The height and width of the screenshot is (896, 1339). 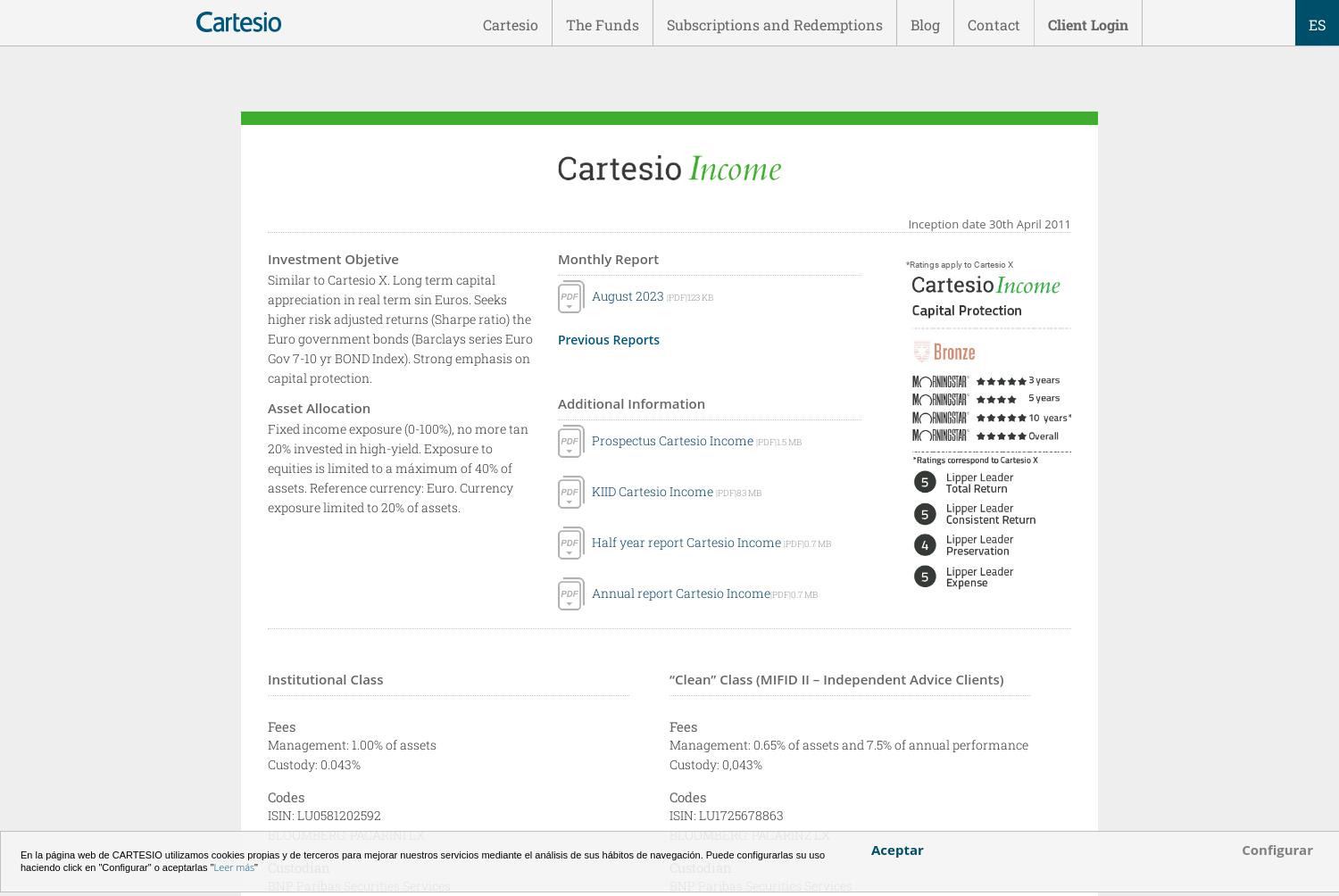 I want to click on '|PDF|123 KB', so click(x=689, y=297).